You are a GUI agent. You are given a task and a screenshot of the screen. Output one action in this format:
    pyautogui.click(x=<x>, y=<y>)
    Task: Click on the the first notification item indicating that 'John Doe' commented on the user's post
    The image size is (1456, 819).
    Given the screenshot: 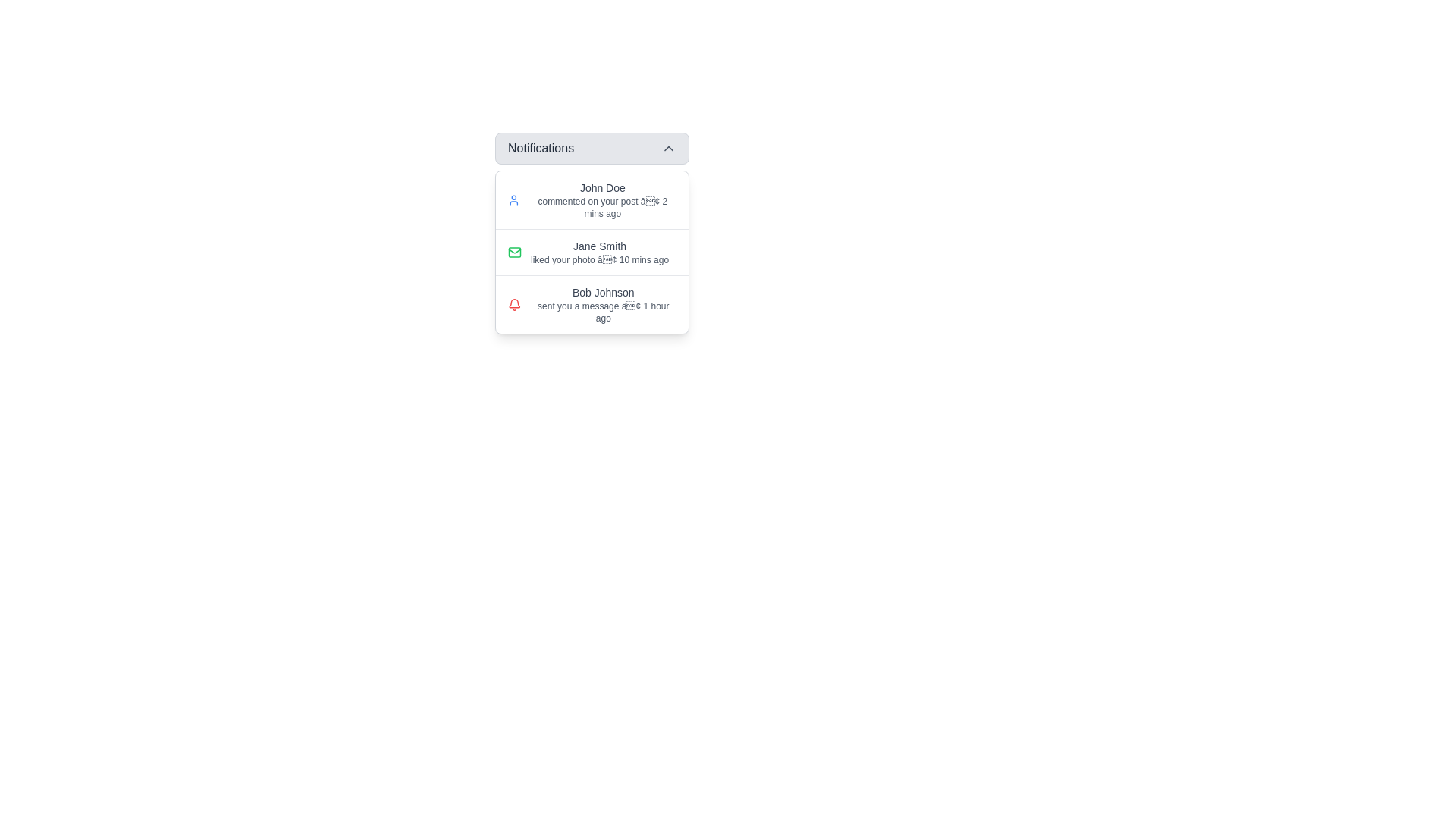 What is the action you would take?
    pyautogui.click(x=591, y=199)
    